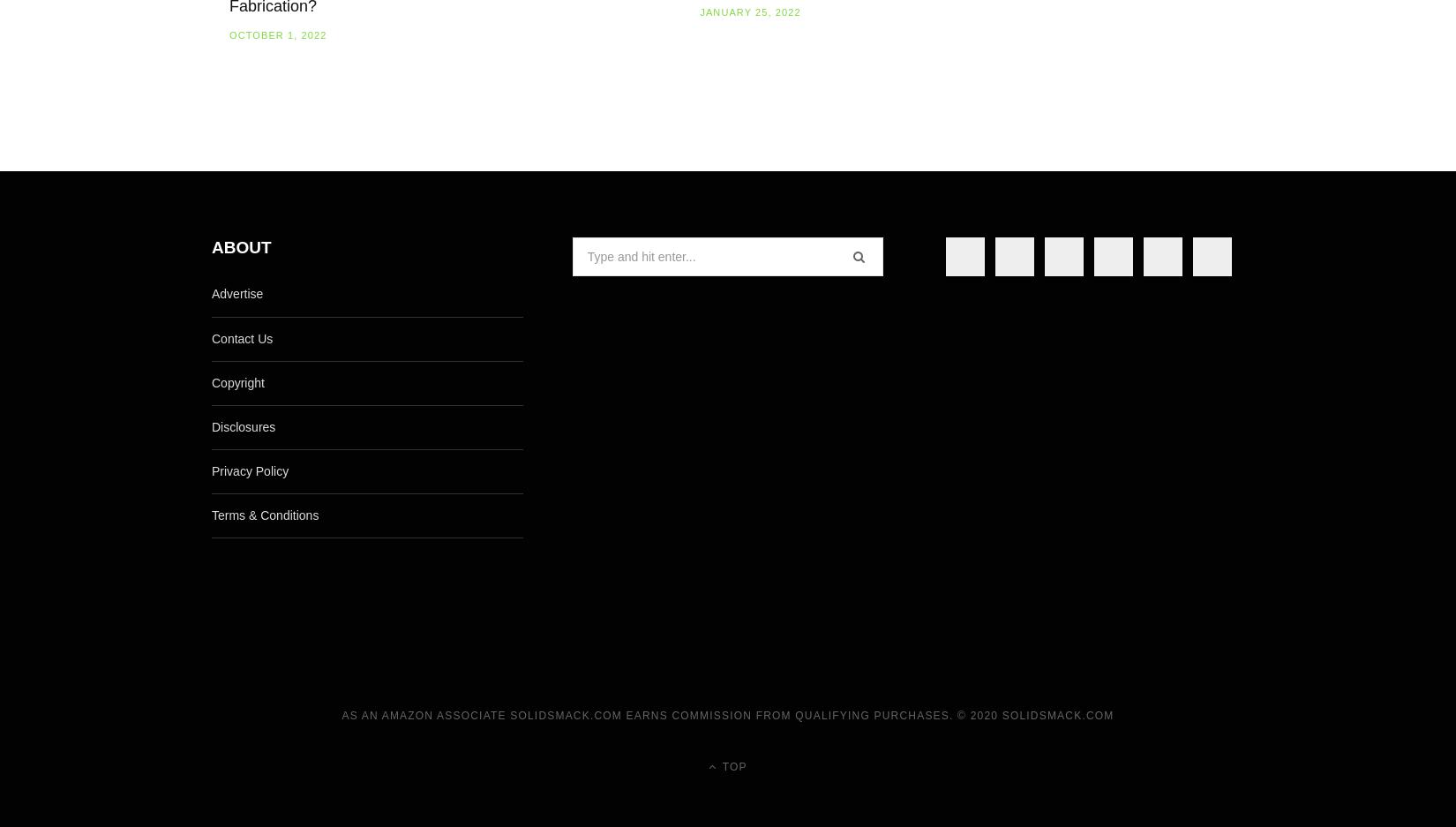 This screenshot has height=827, width=1456. What do you see at coordinates (277, 35) in the screenshot?
I see `'October 1, 2022'` at bounding box center [277, 35].